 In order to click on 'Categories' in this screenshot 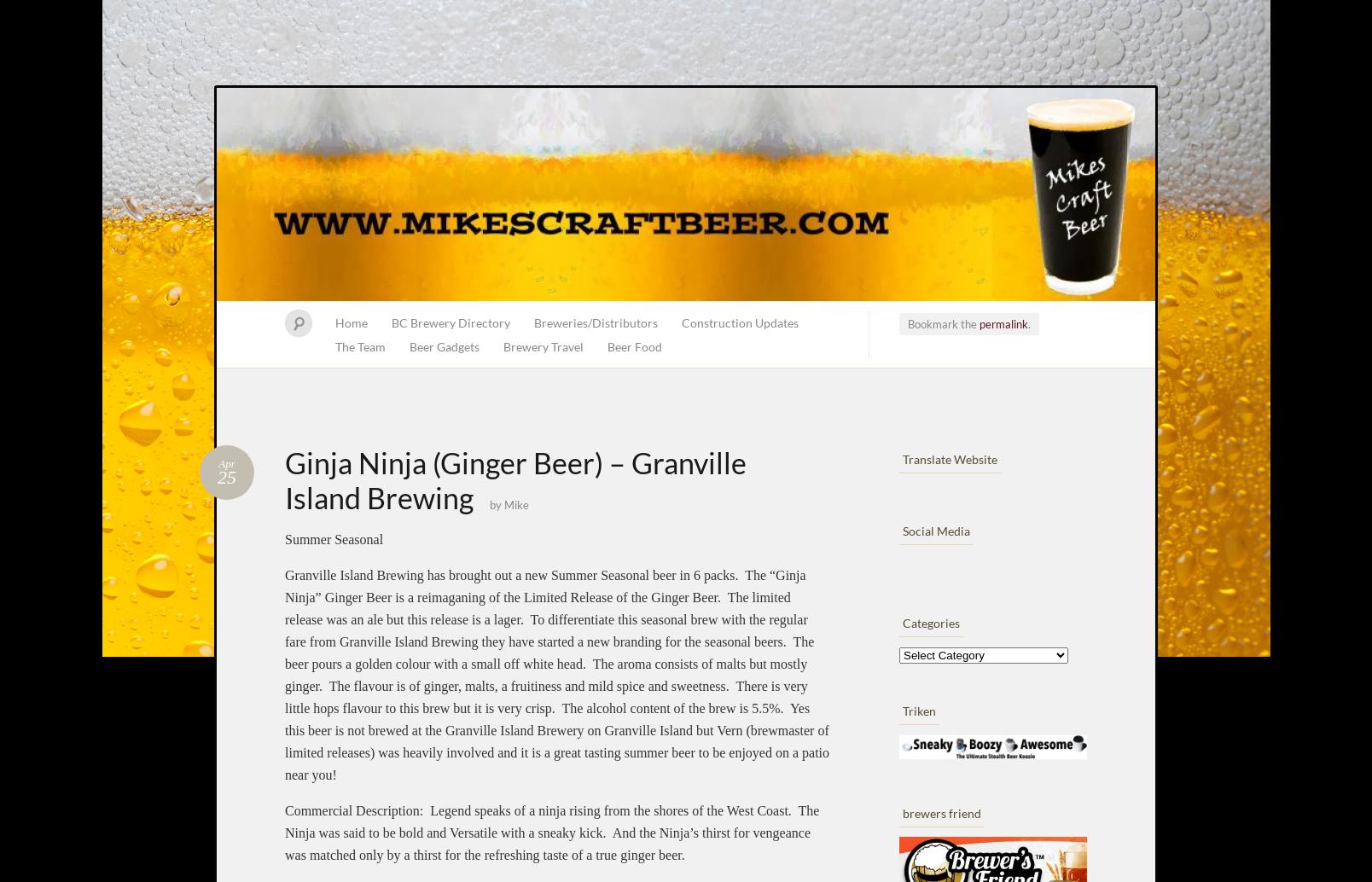, I will do `click(930, 623)`.